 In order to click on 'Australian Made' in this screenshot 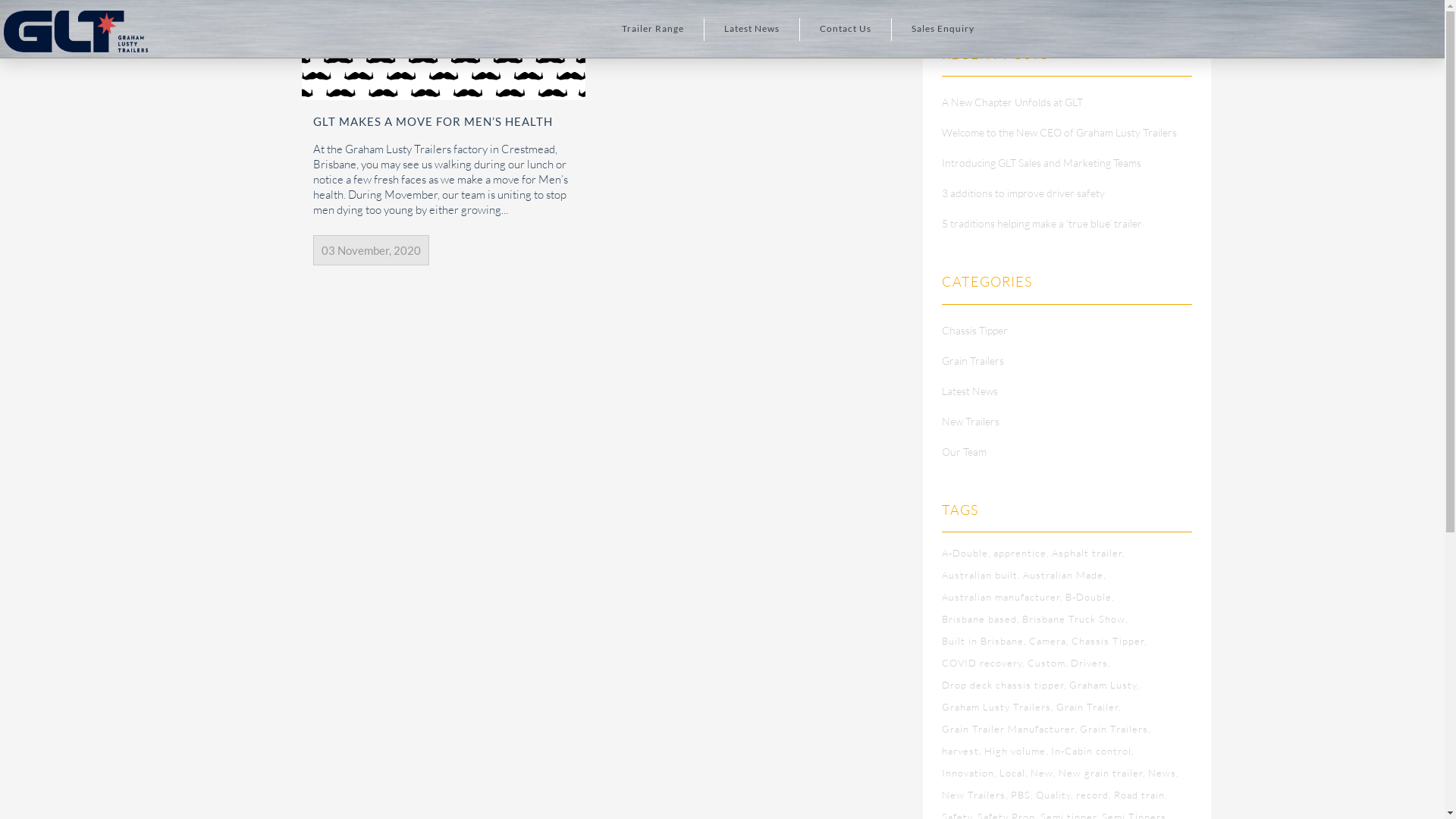, I will do `click(1063, 575)`.